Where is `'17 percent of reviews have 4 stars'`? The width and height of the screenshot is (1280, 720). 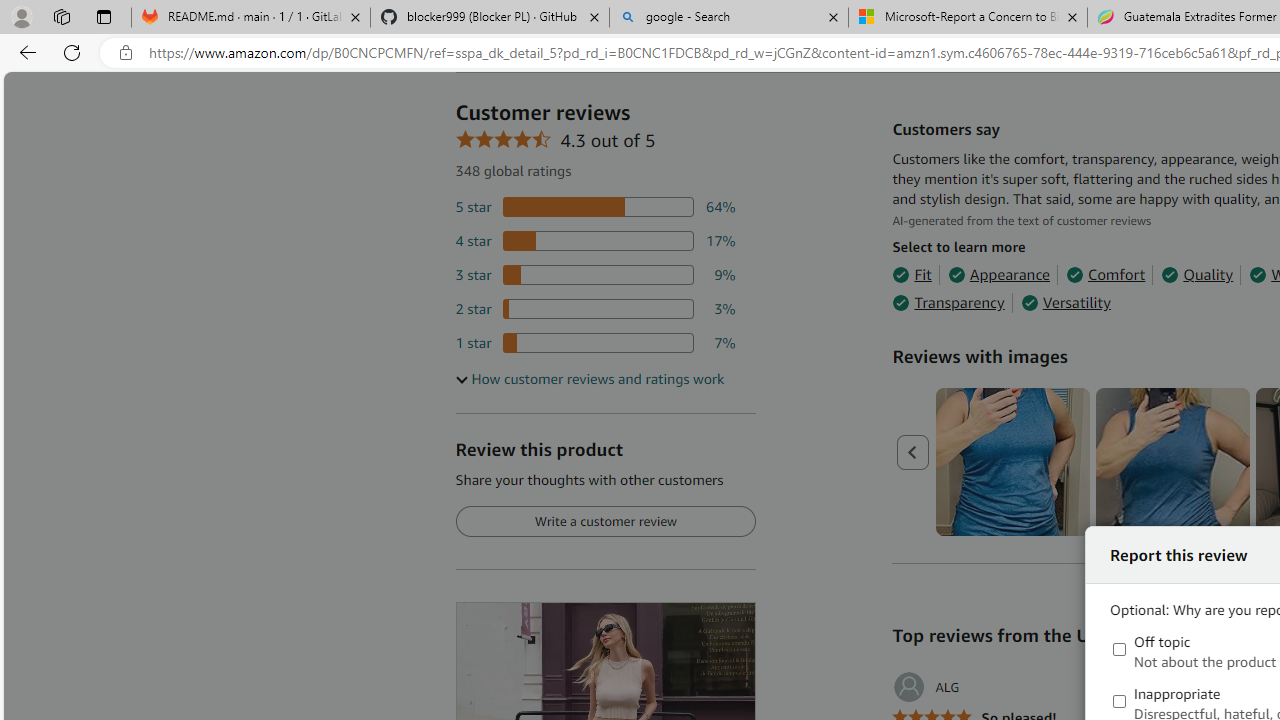
'17 percent of reviews have 4 stars' is located at coordinates (594, 240).